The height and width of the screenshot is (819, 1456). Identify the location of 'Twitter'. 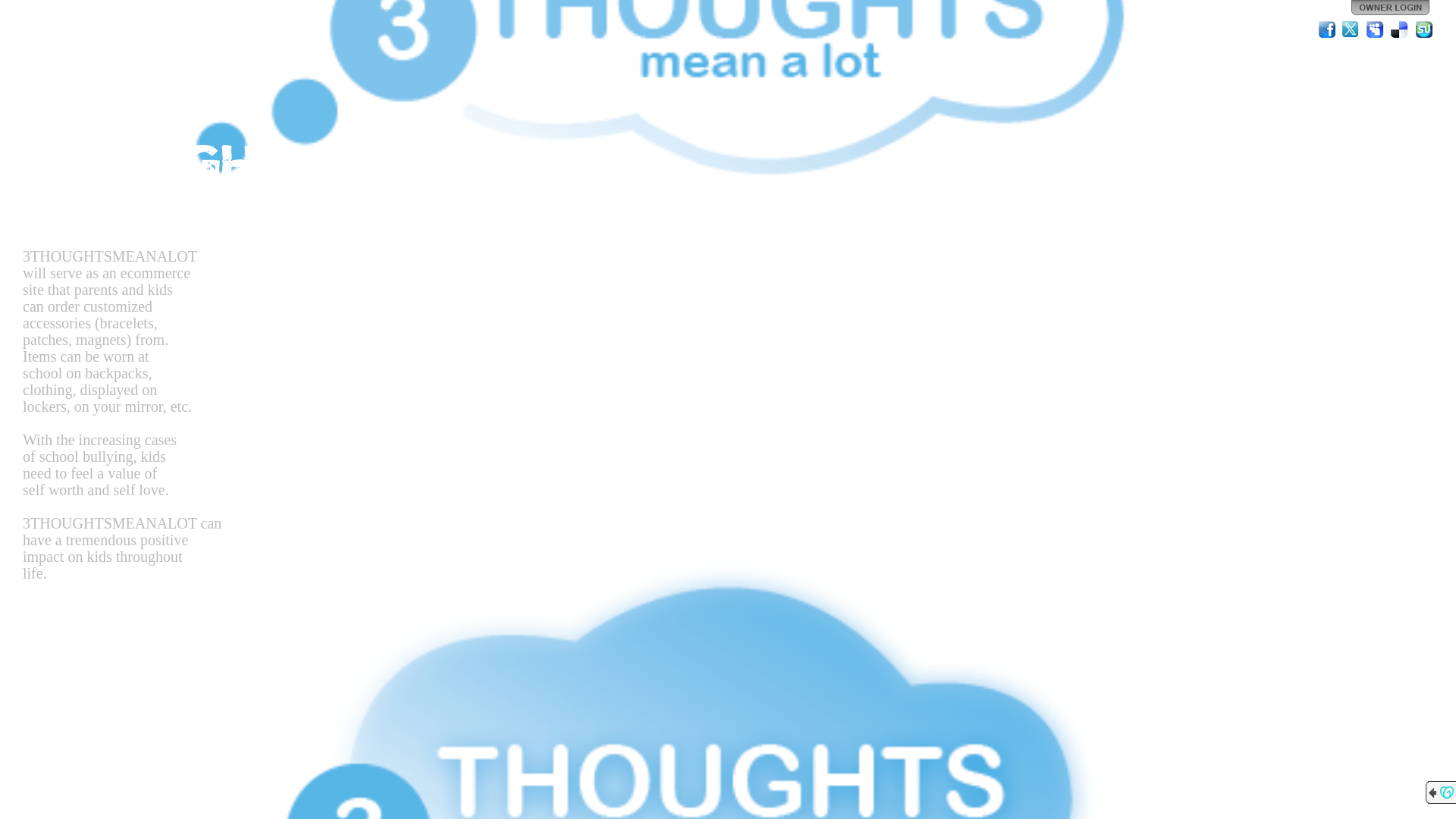
(1340, 29).